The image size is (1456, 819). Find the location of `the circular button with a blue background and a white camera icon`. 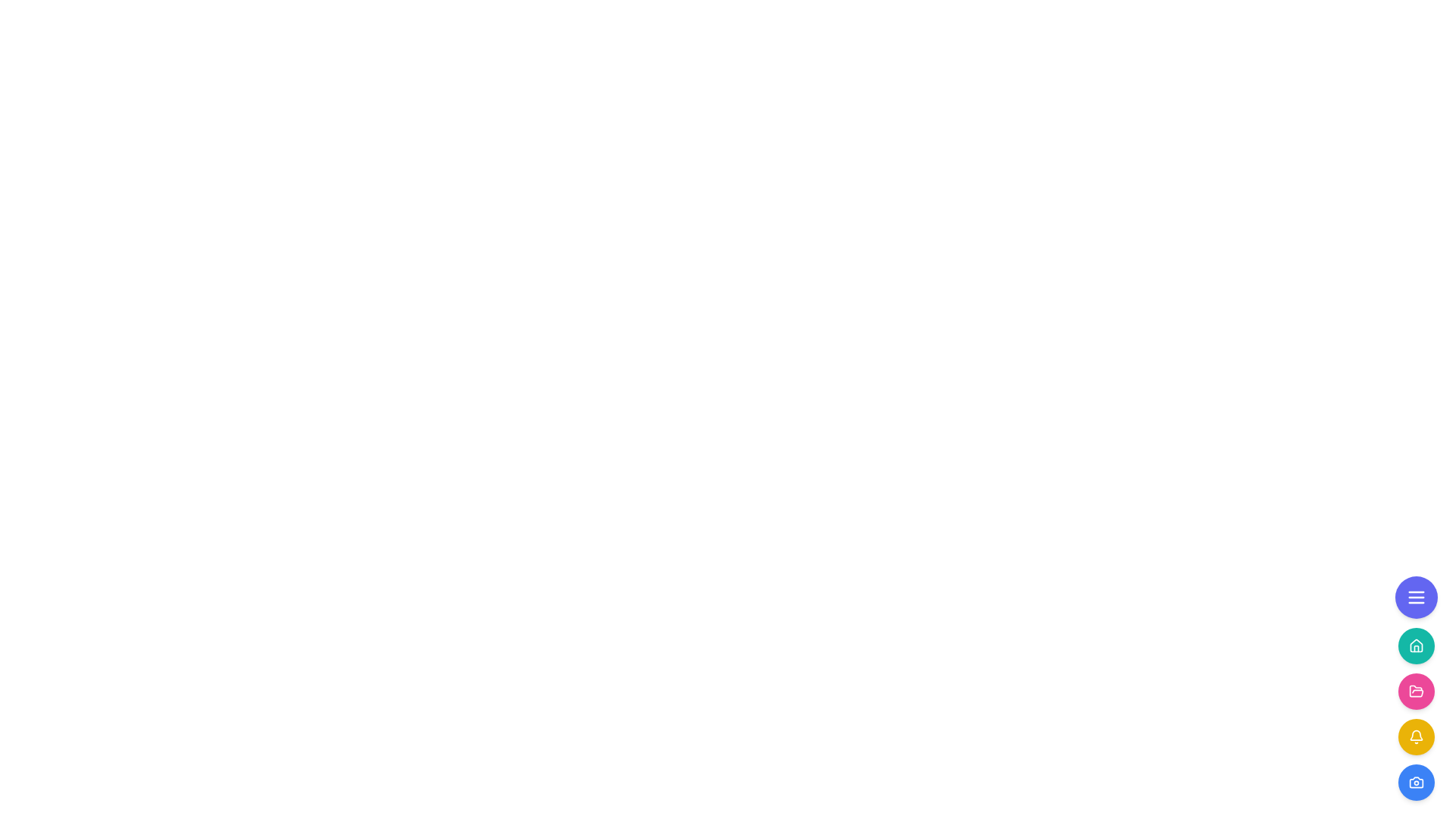

the circular button with a blue background and a white camera icon is located at coordinates (1415, 783).